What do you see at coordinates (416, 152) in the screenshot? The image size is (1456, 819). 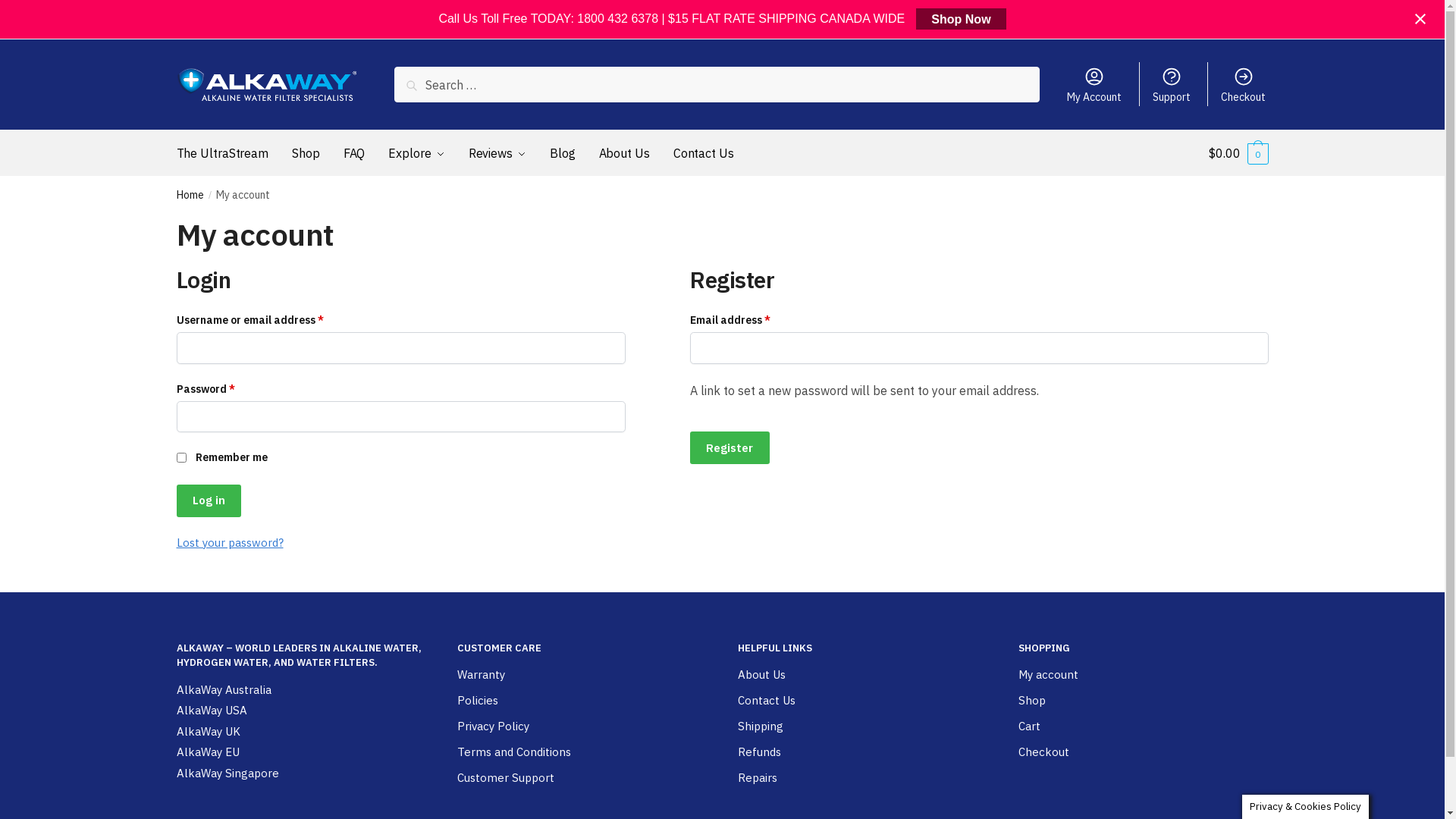 I see `'Explore'` at bounding box center [416, 152].